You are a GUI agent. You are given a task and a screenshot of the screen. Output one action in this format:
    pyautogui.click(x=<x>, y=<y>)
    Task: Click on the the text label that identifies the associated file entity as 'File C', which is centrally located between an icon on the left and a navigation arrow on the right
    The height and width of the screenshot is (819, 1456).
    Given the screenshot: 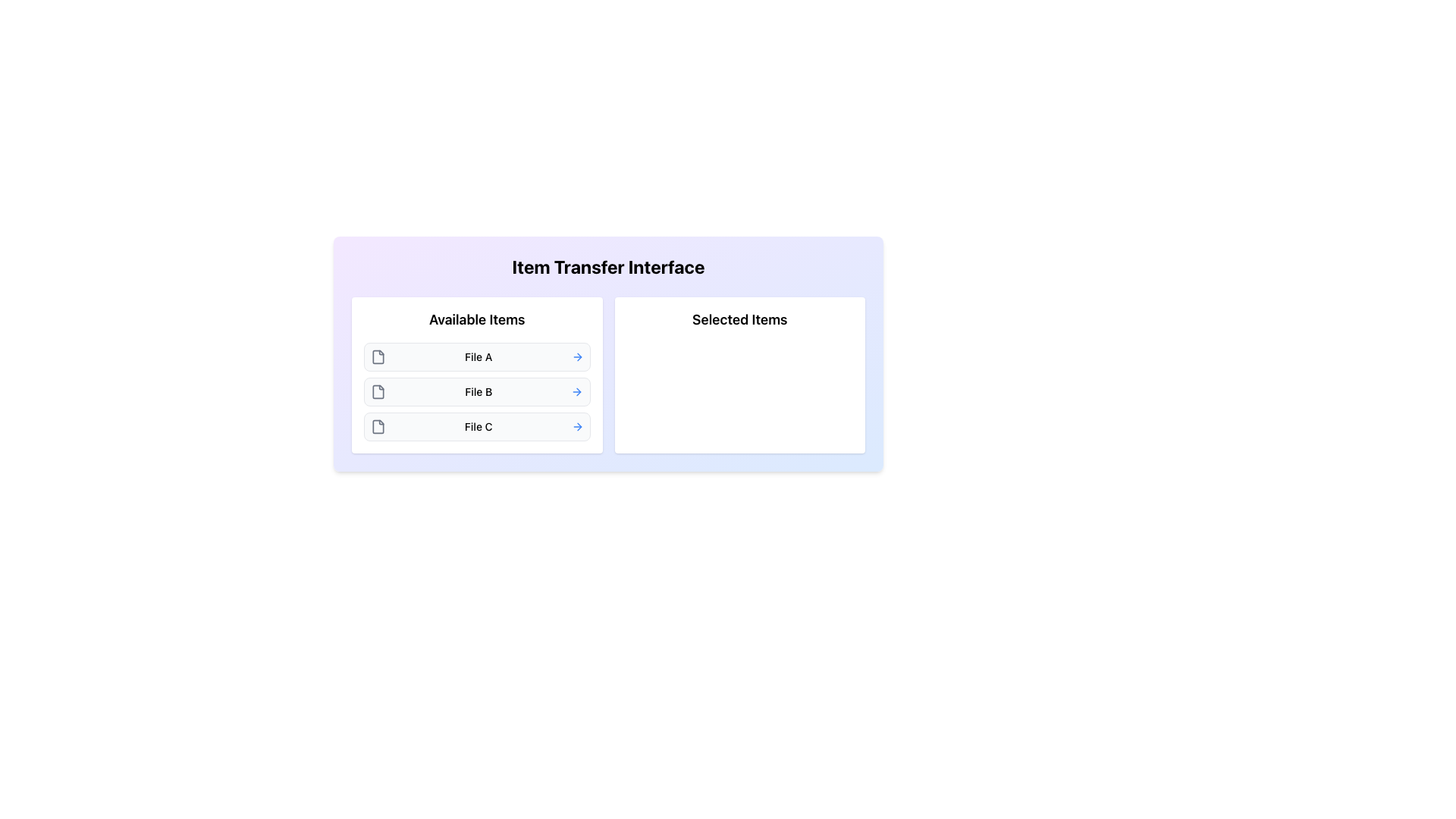 What is the action you would take?
    pyautogui.click(x=478, y=427)
    